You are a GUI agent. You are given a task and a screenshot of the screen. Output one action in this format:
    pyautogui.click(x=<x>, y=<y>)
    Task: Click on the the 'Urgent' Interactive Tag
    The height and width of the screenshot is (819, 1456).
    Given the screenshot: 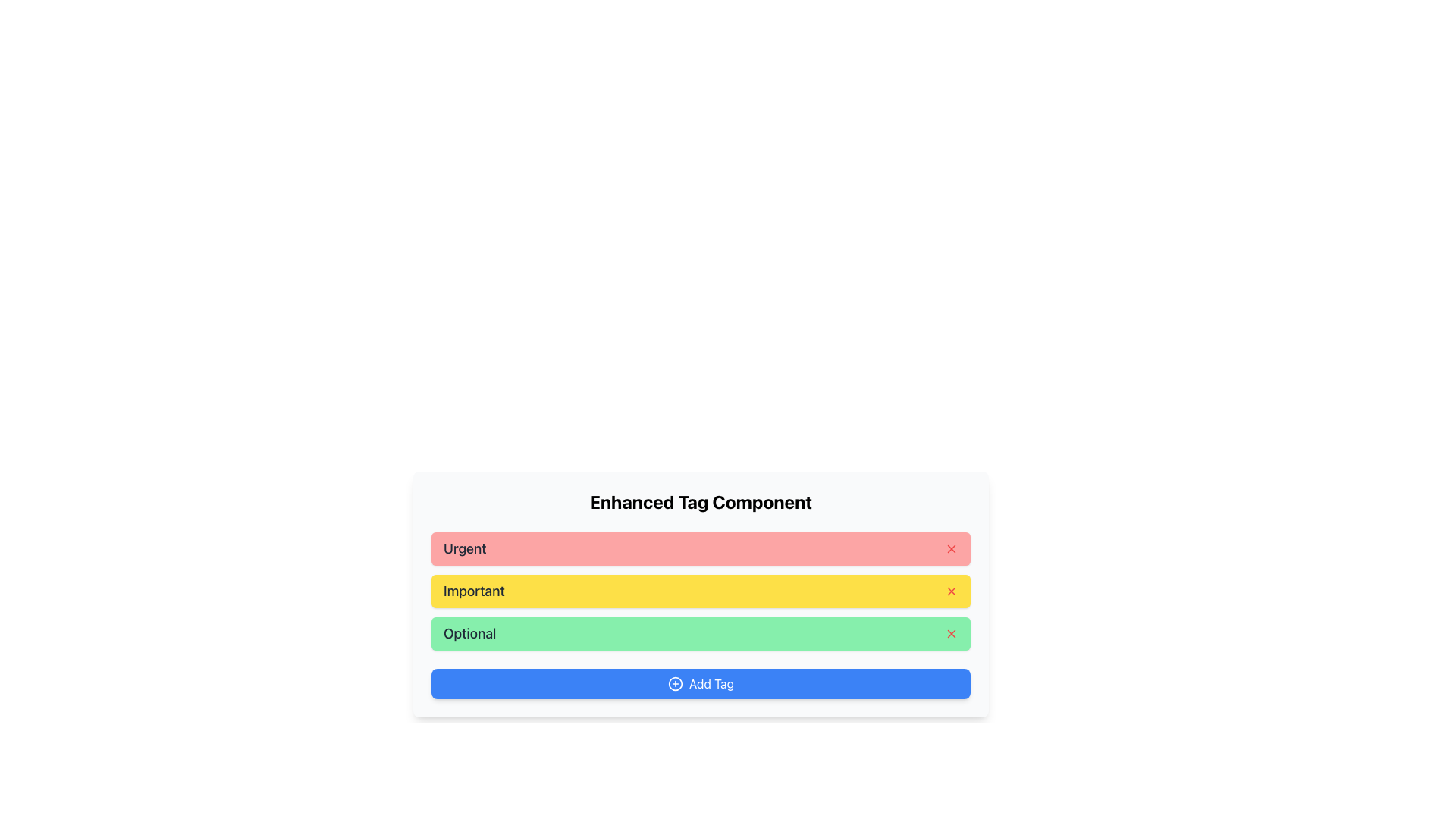 What is the action you would take?
    pyautogui.click(x=700, y=549)
    